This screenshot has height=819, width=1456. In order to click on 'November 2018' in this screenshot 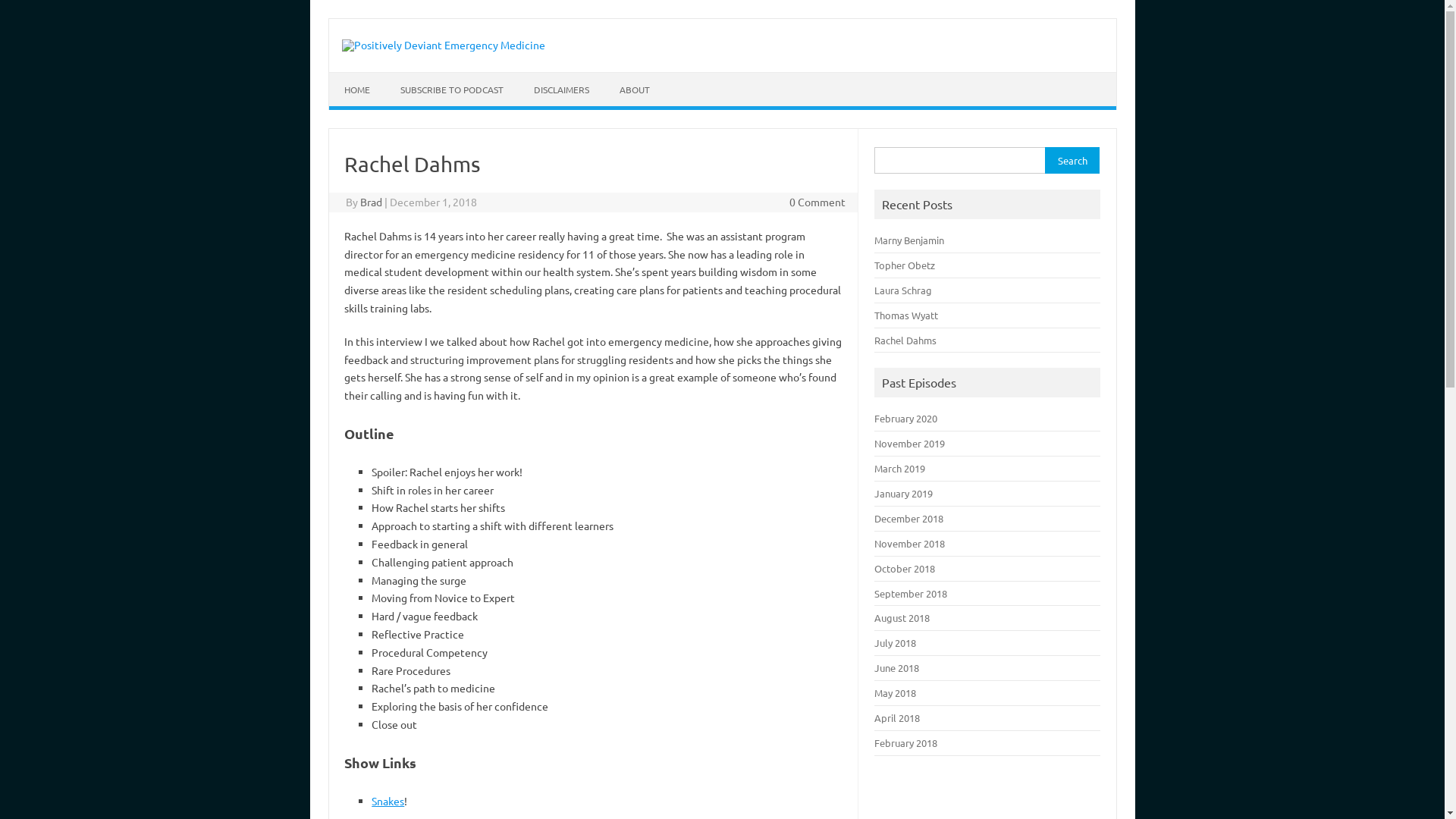, I will do `click(909, 542)`.